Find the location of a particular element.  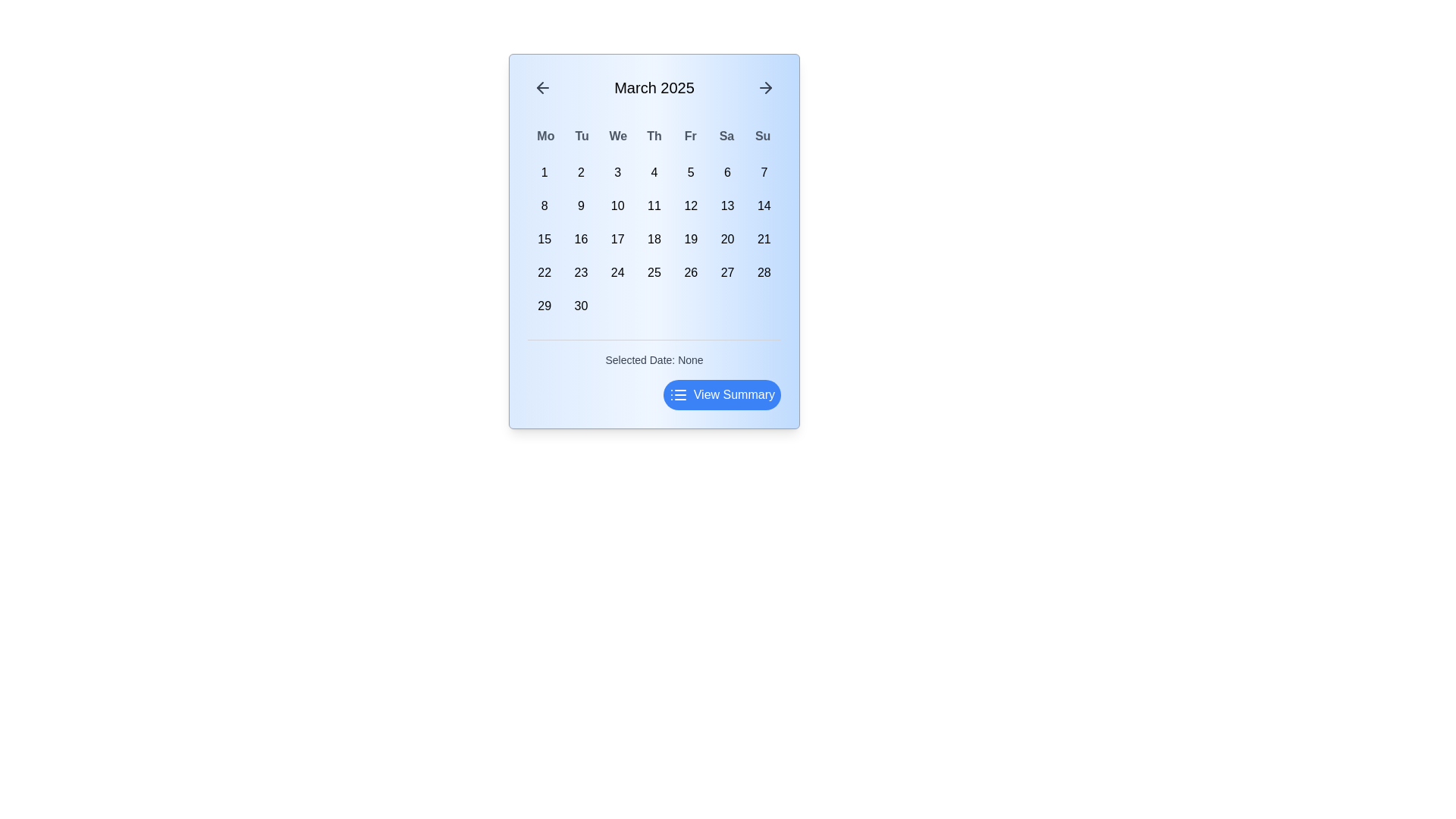

the selectable date '7' button in the calendar interface is located at coordinates (764, 171).